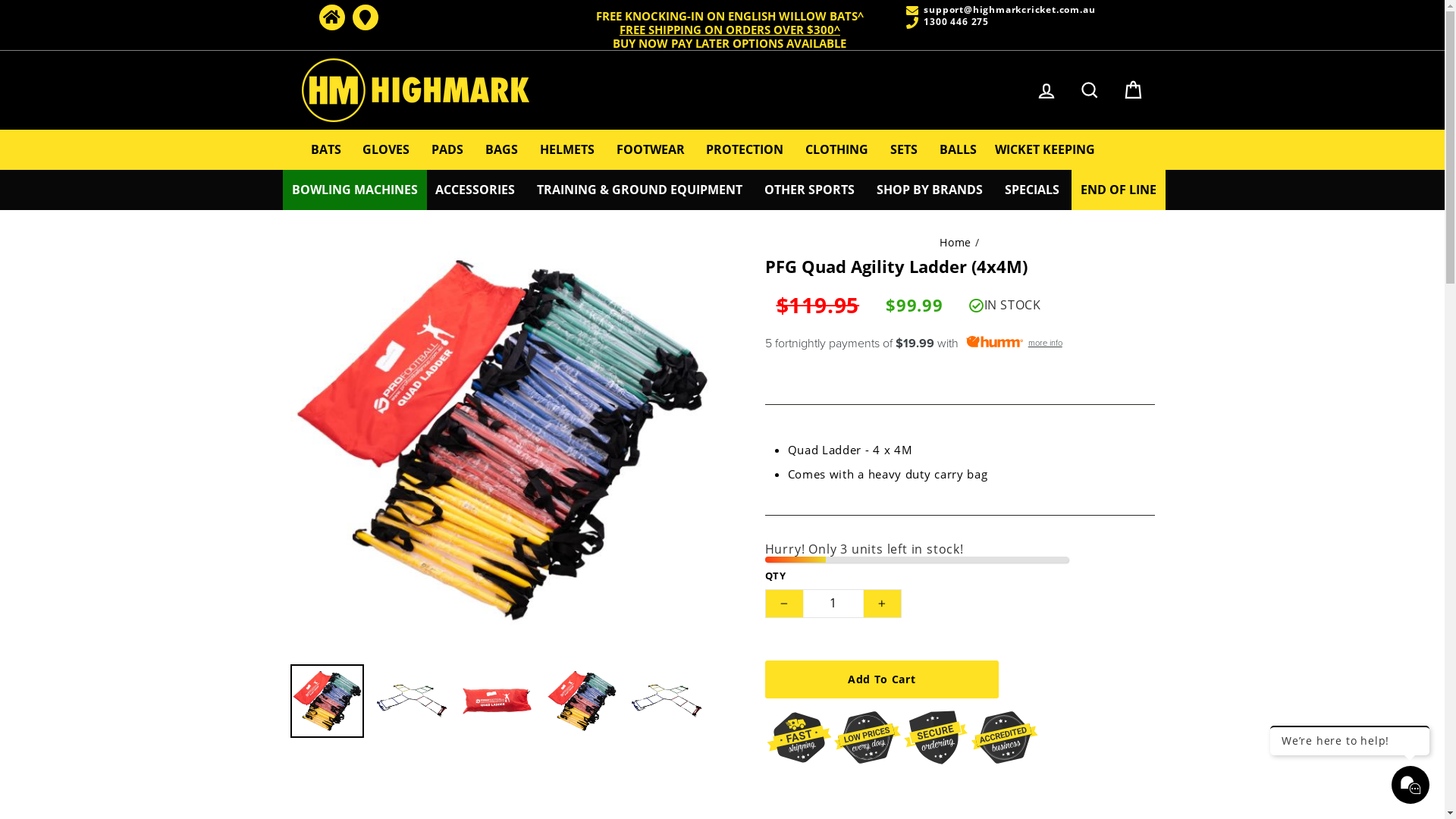 The image size is (1456, 819). Describe the element at coordinates (353, 189) in the screenshot. I see `'BOWLING MACHINES'` at that location.